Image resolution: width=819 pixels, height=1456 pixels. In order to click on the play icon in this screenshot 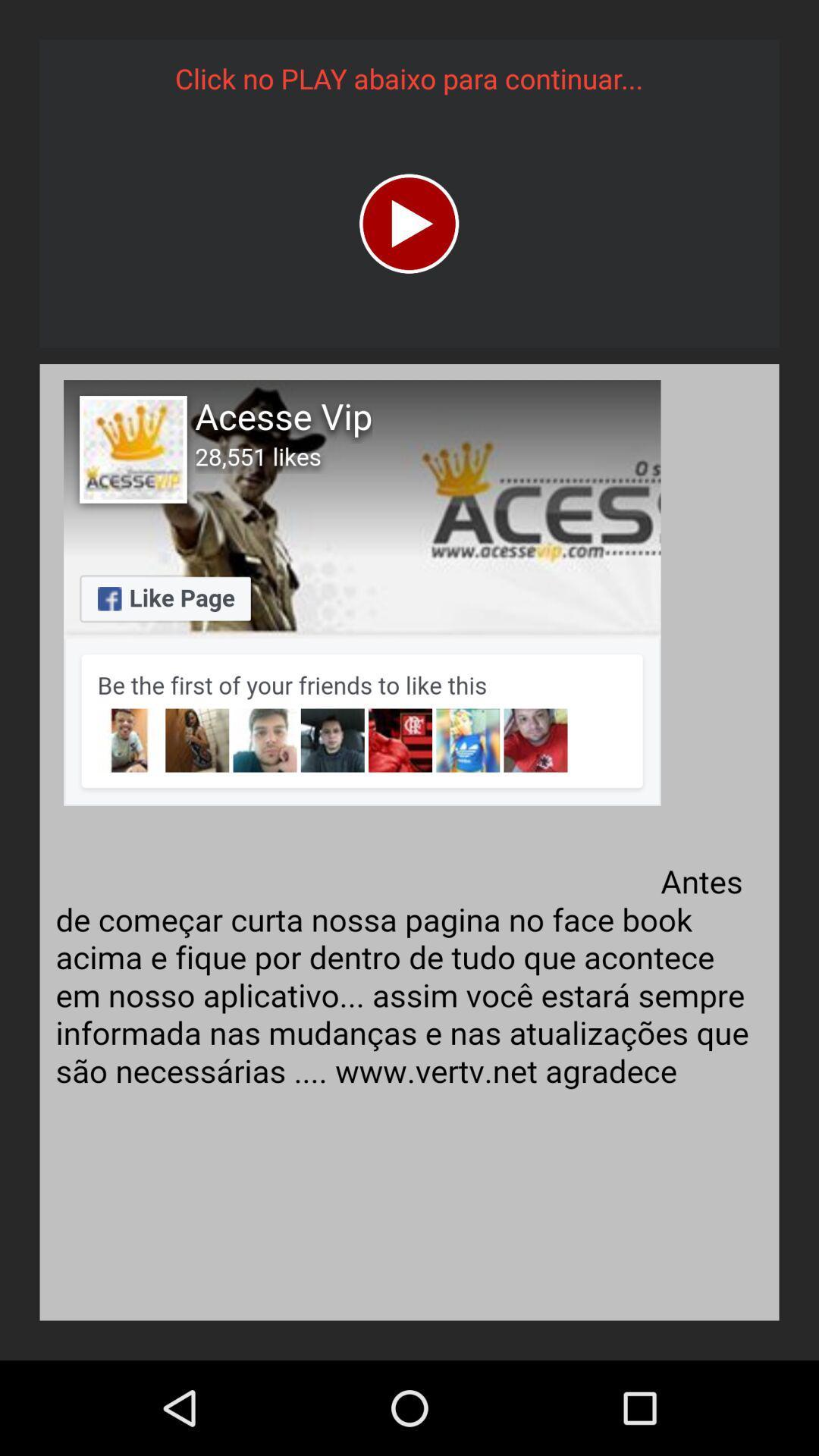, I will do `click(408, 223)`.